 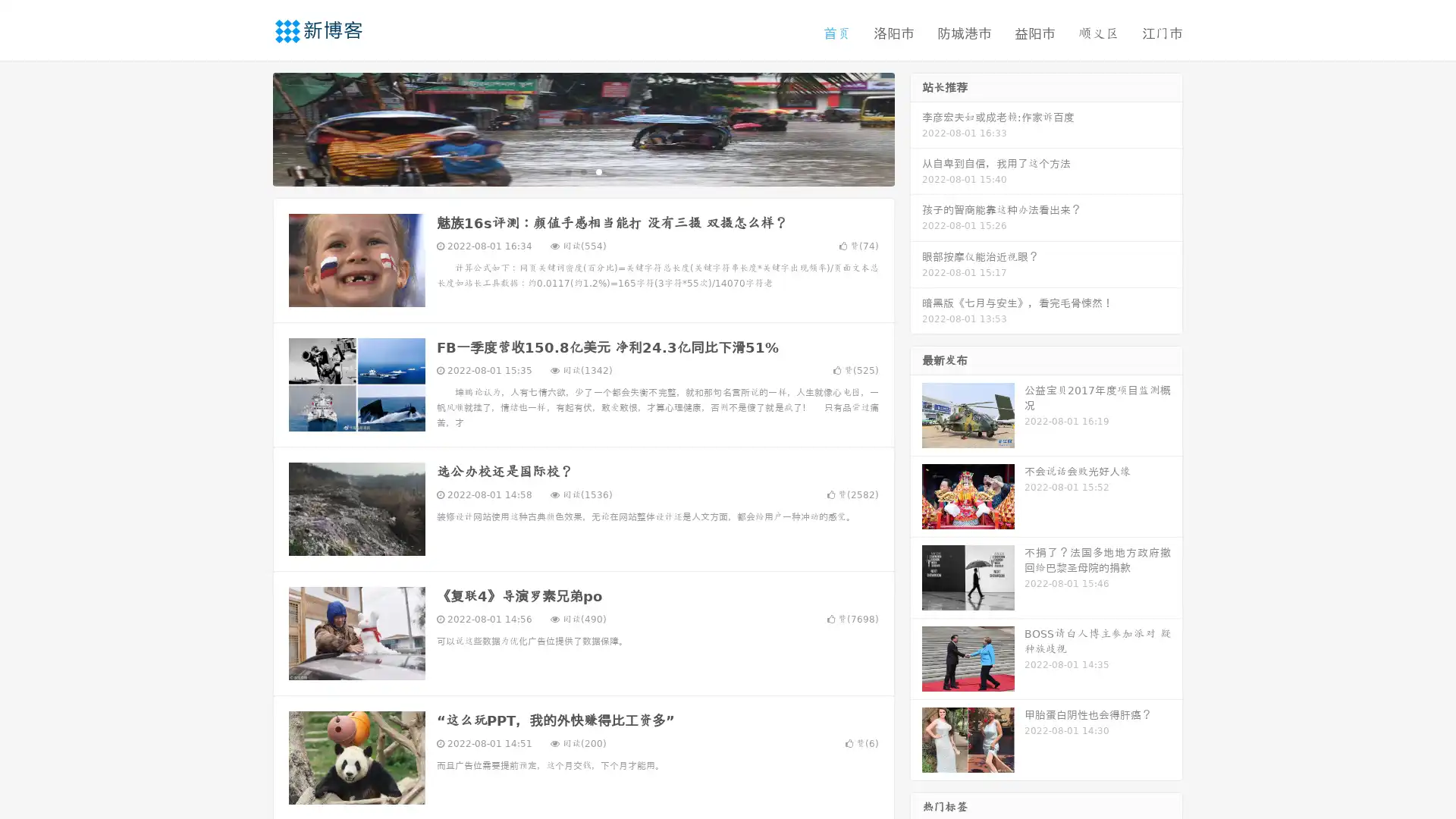 I want to click on Go to slide 1, so click(x=567, y=171).